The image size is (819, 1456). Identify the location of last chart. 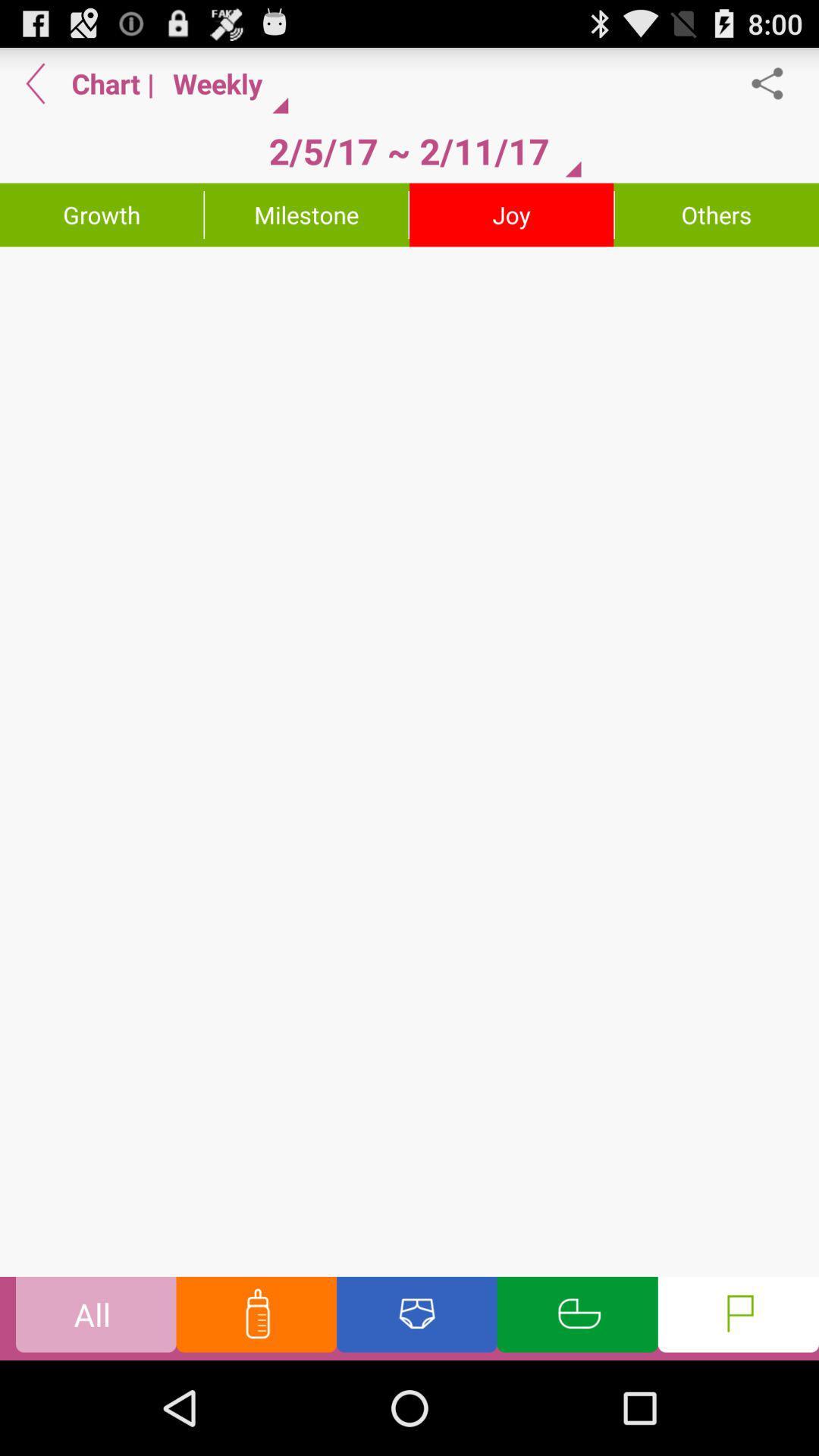
(35, 83).